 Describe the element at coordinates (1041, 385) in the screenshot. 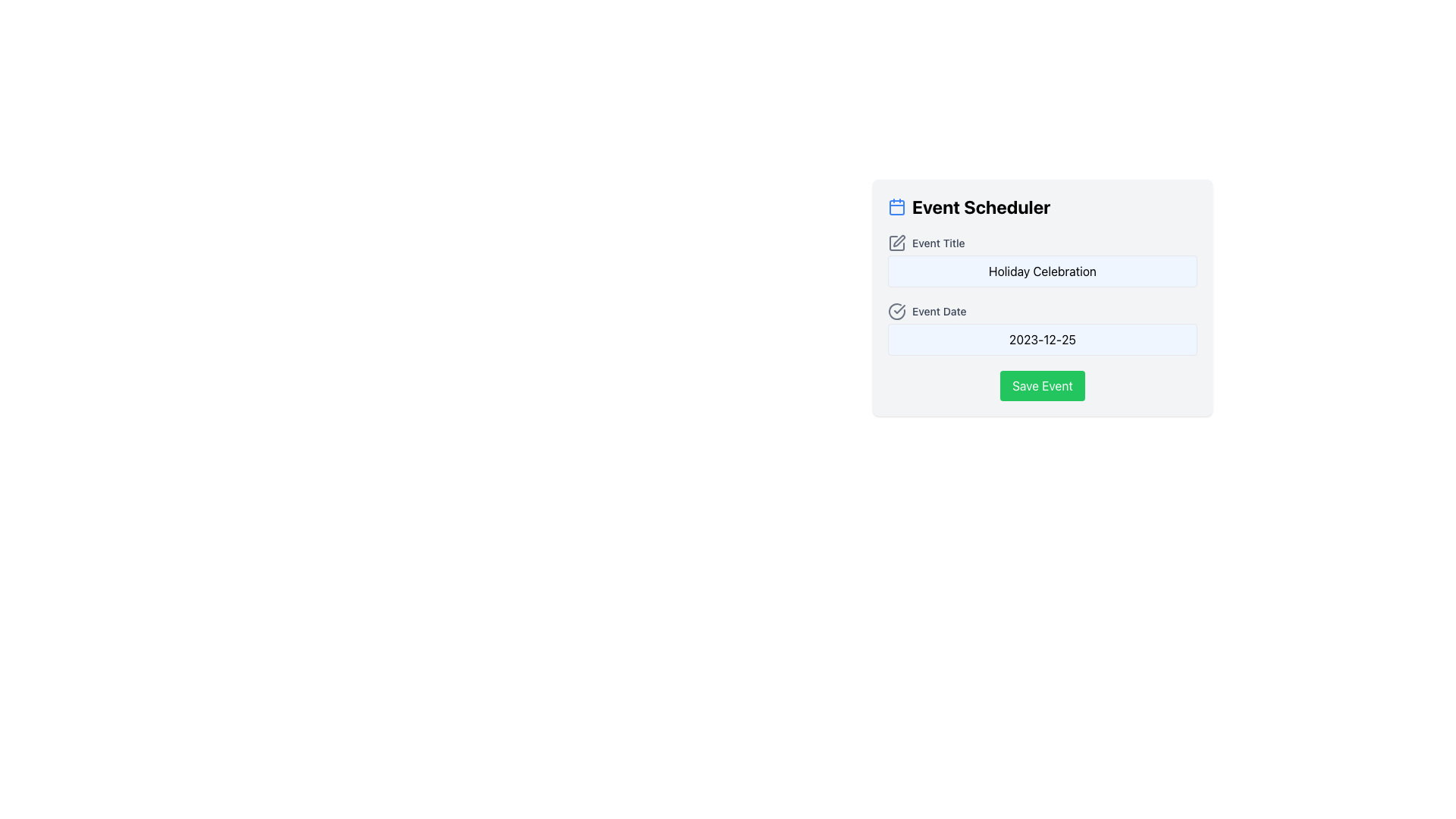

I see `the 'Save Event' button with white text on a green background located at the bottom of the 'Event Scheduler' card` at that location.